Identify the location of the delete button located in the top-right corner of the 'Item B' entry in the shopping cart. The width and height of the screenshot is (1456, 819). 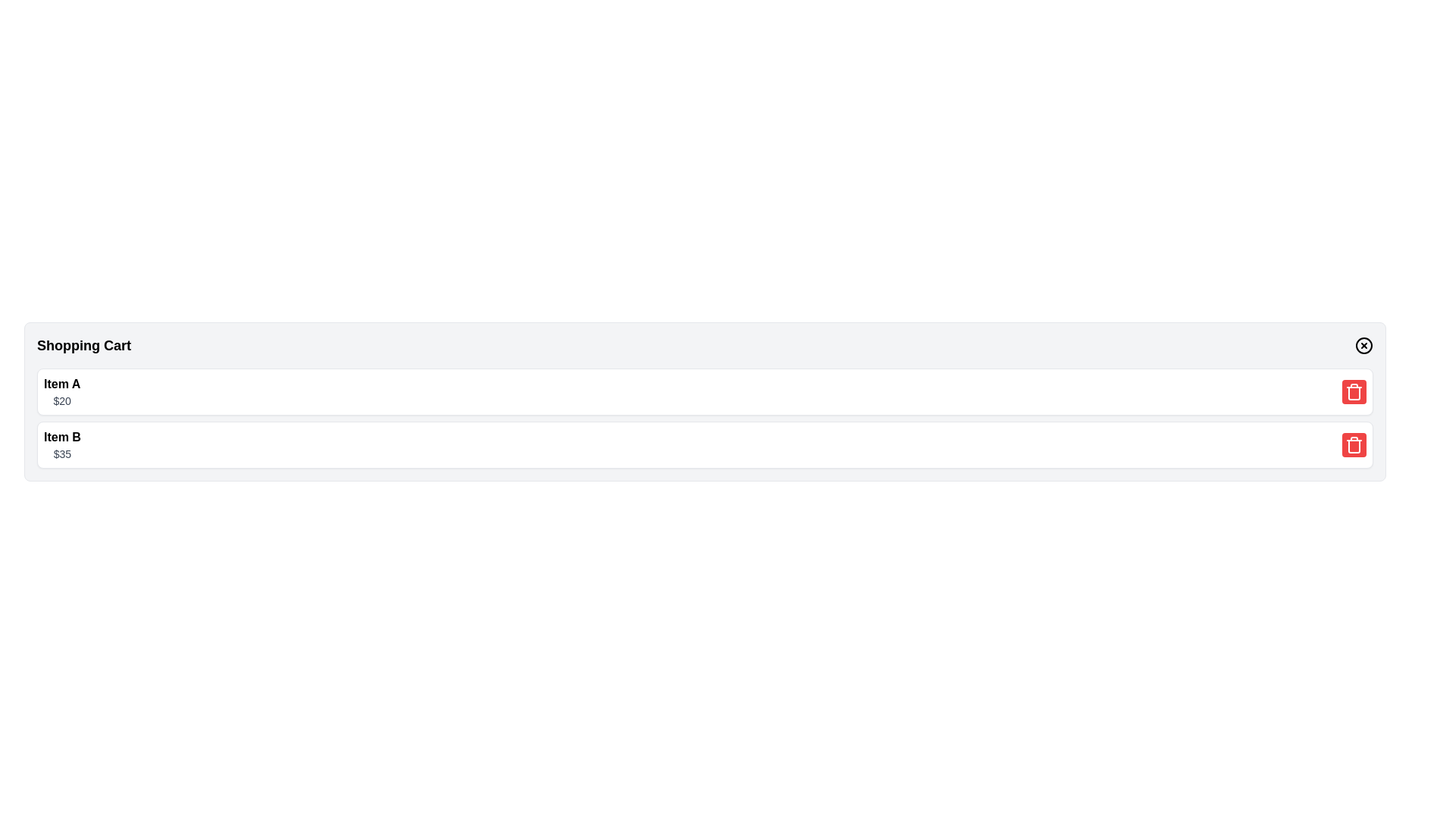
(1354, 444).